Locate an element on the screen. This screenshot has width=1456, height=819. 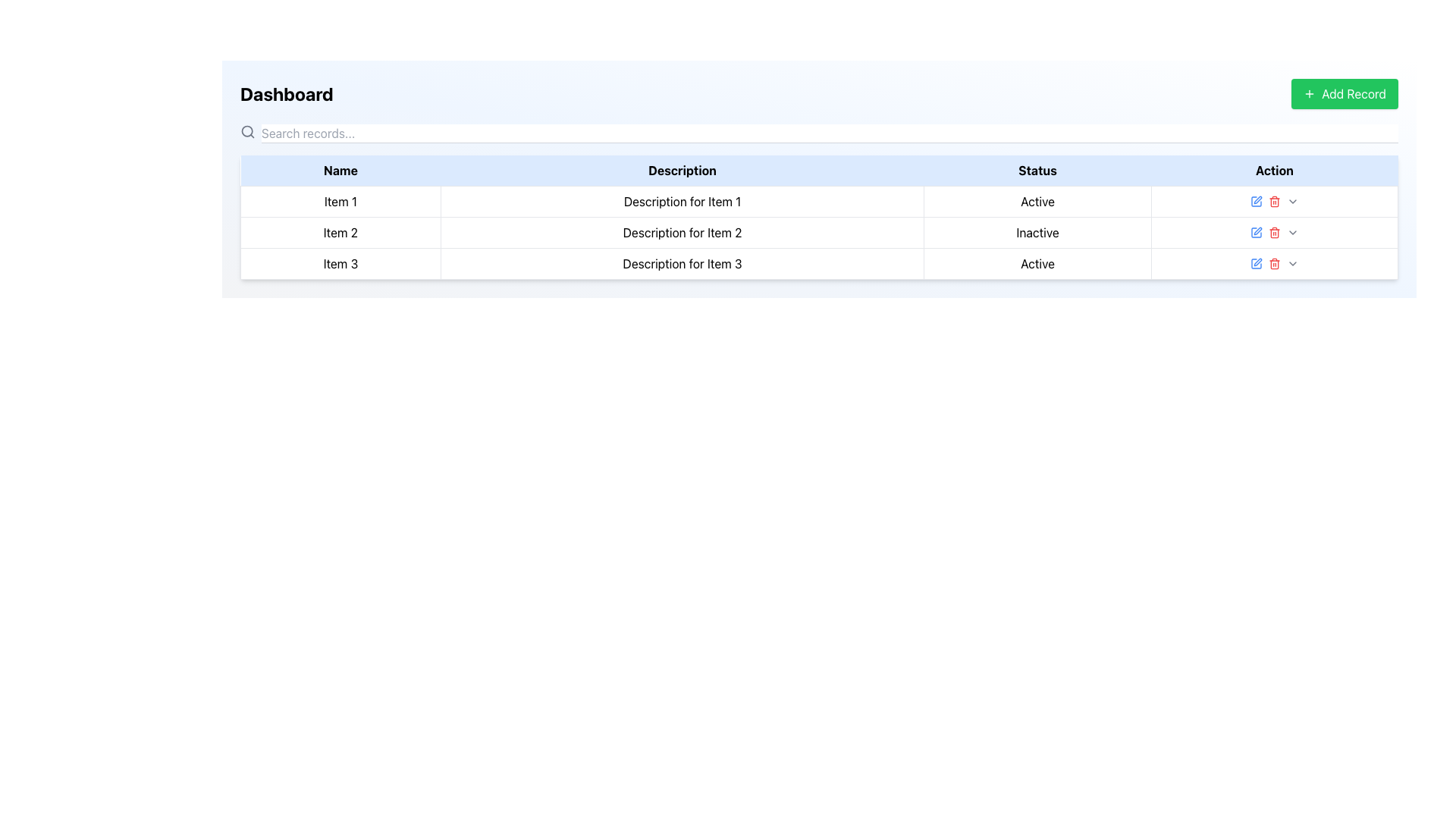
the text label displaying 'Name' in bold, black font, which is the leftmost header in a row of four headers at the top of the table is located at coordinates (340, 171).